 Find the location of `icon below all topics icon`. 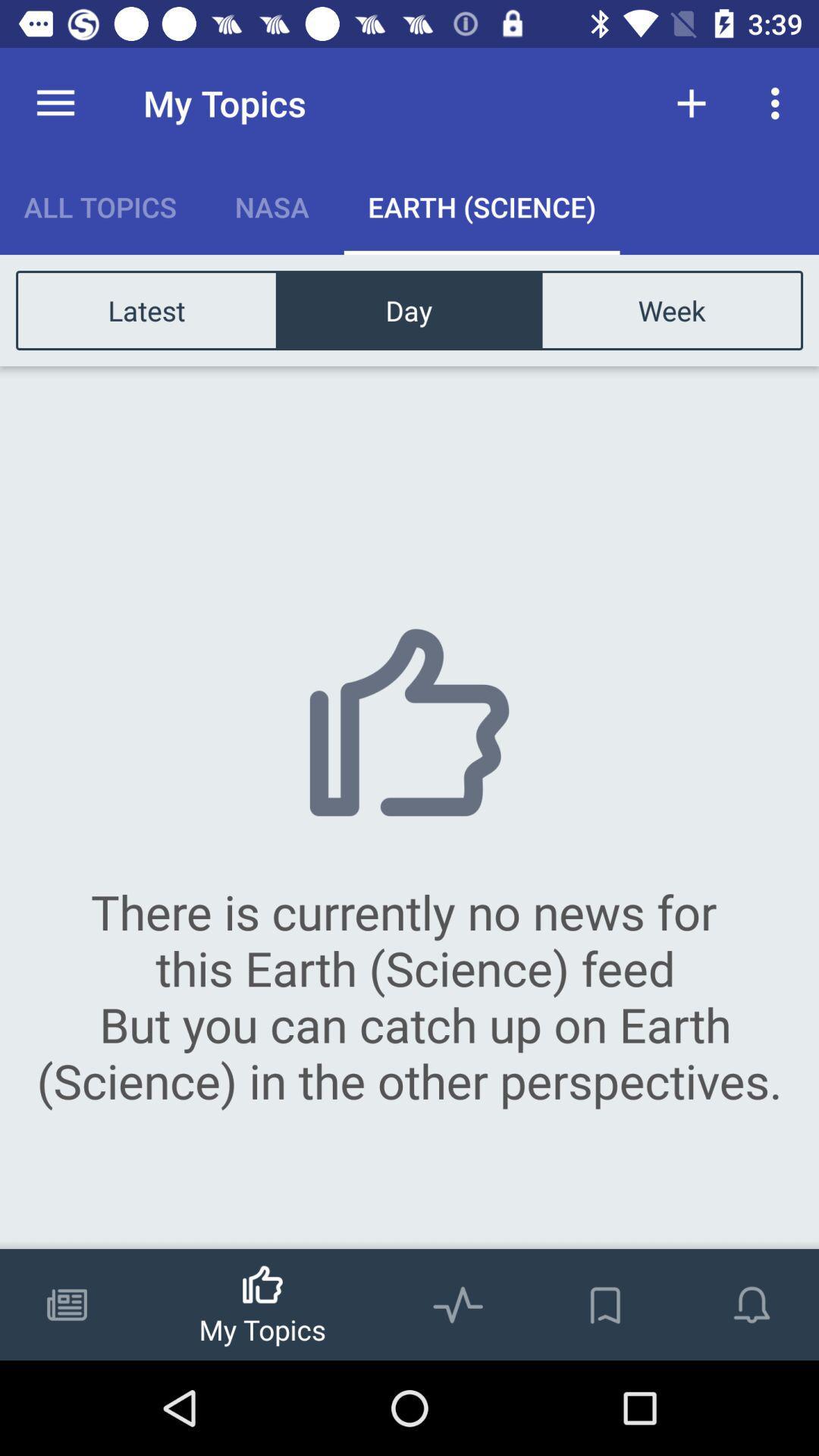

icon below all topics icon is located at coordinates (146, 309).